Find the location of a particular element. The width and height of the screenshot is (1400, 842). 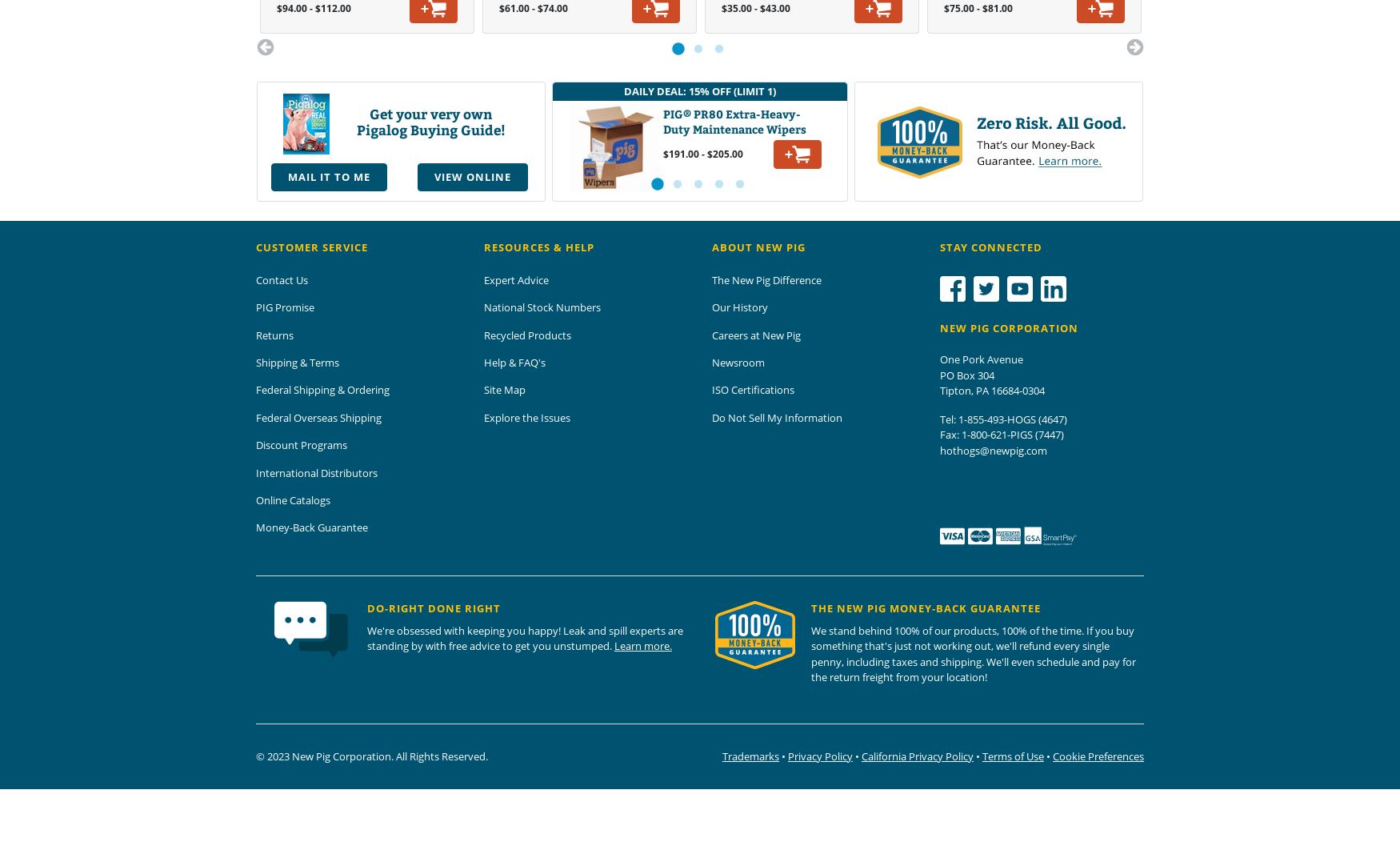

'hothogs@newpig.com' is located at coordinates (938, 449).